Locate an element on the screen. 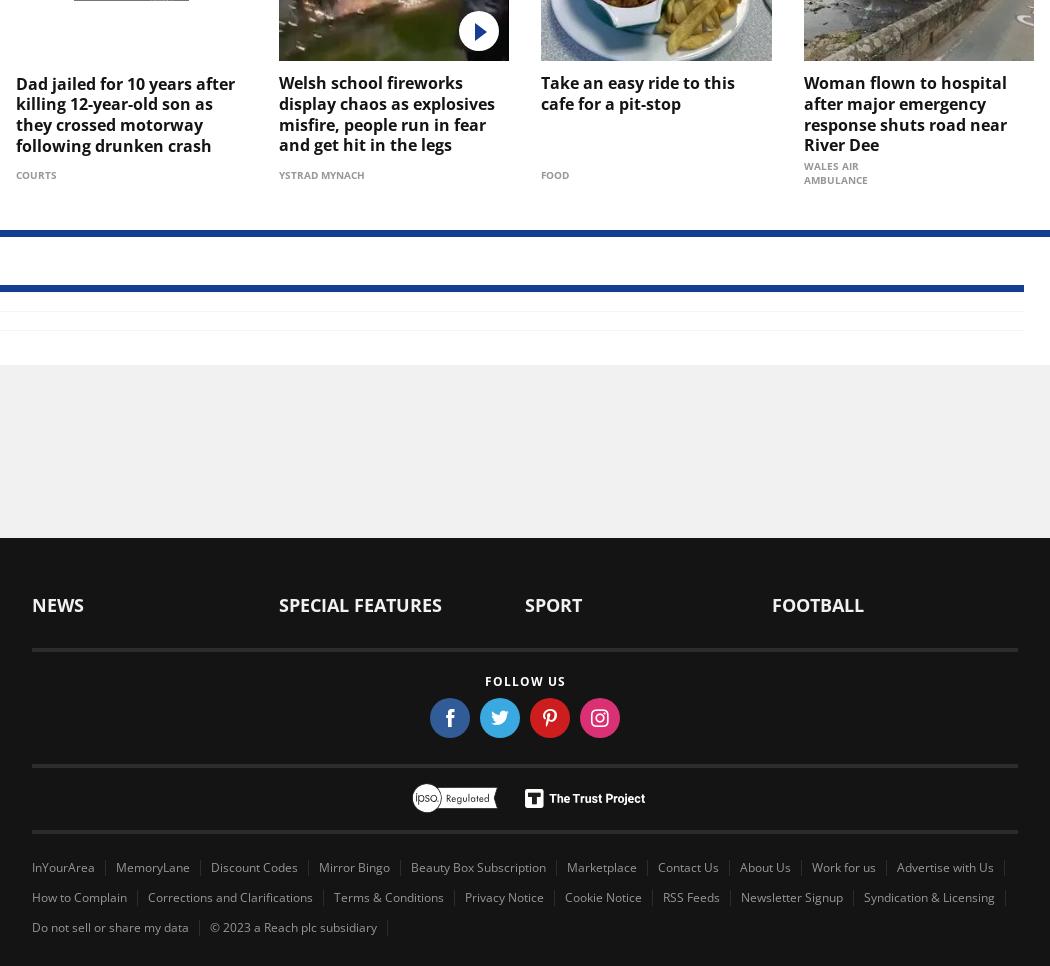 The height and width of the screenshot is (966, 1050). 'InYourArea' is located at coordinates (62, 867).